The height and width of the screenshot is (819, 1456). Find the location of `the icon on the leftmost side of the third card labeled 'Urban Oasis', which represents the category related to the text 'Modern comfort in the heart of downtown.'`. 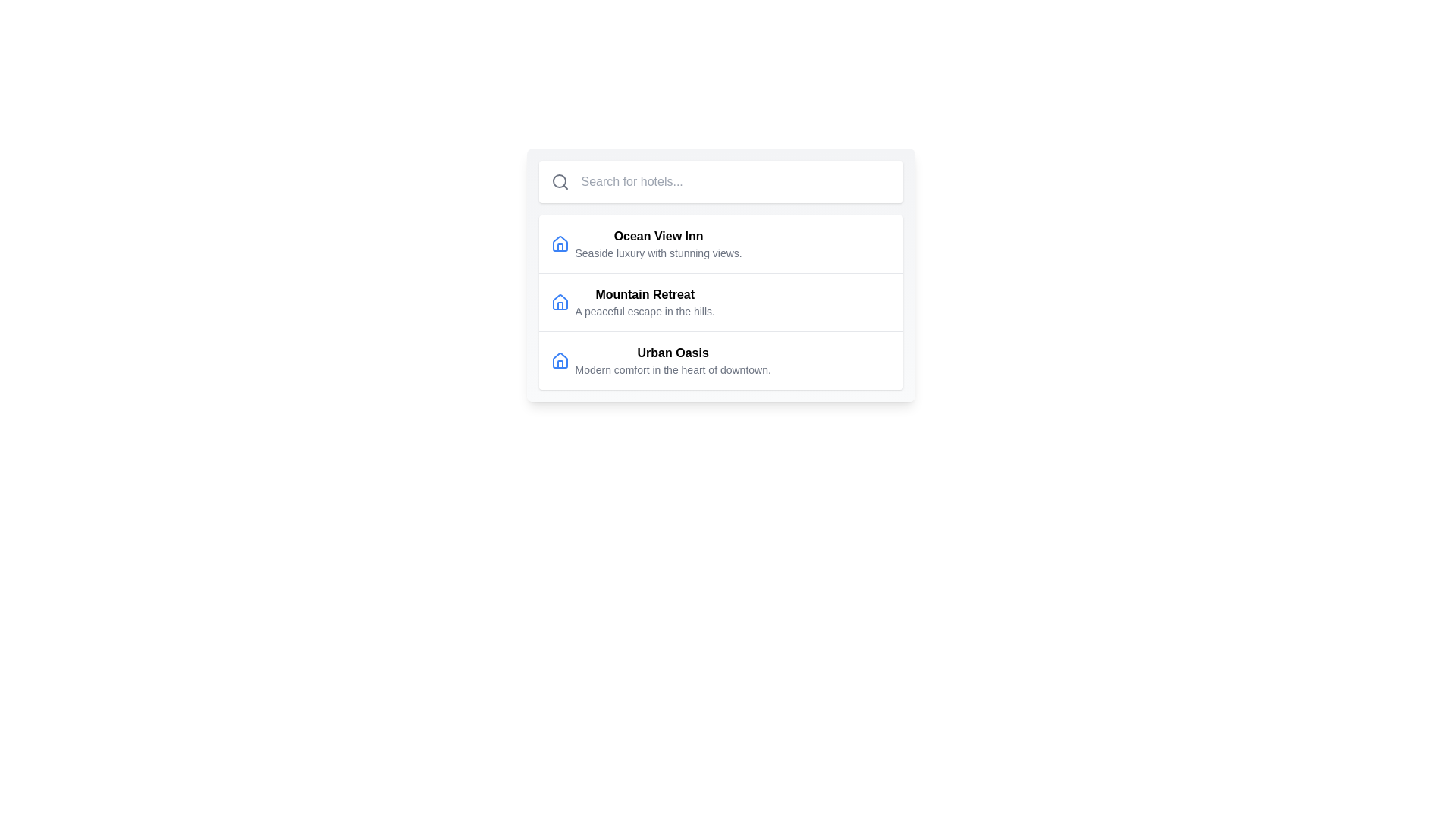

the icon on the leftmost side of the third card labeled 'Urban Oasis', which represents the category related to the text 'Modern comfort in the heart of downtown.' is located at coordinates (559, 360).